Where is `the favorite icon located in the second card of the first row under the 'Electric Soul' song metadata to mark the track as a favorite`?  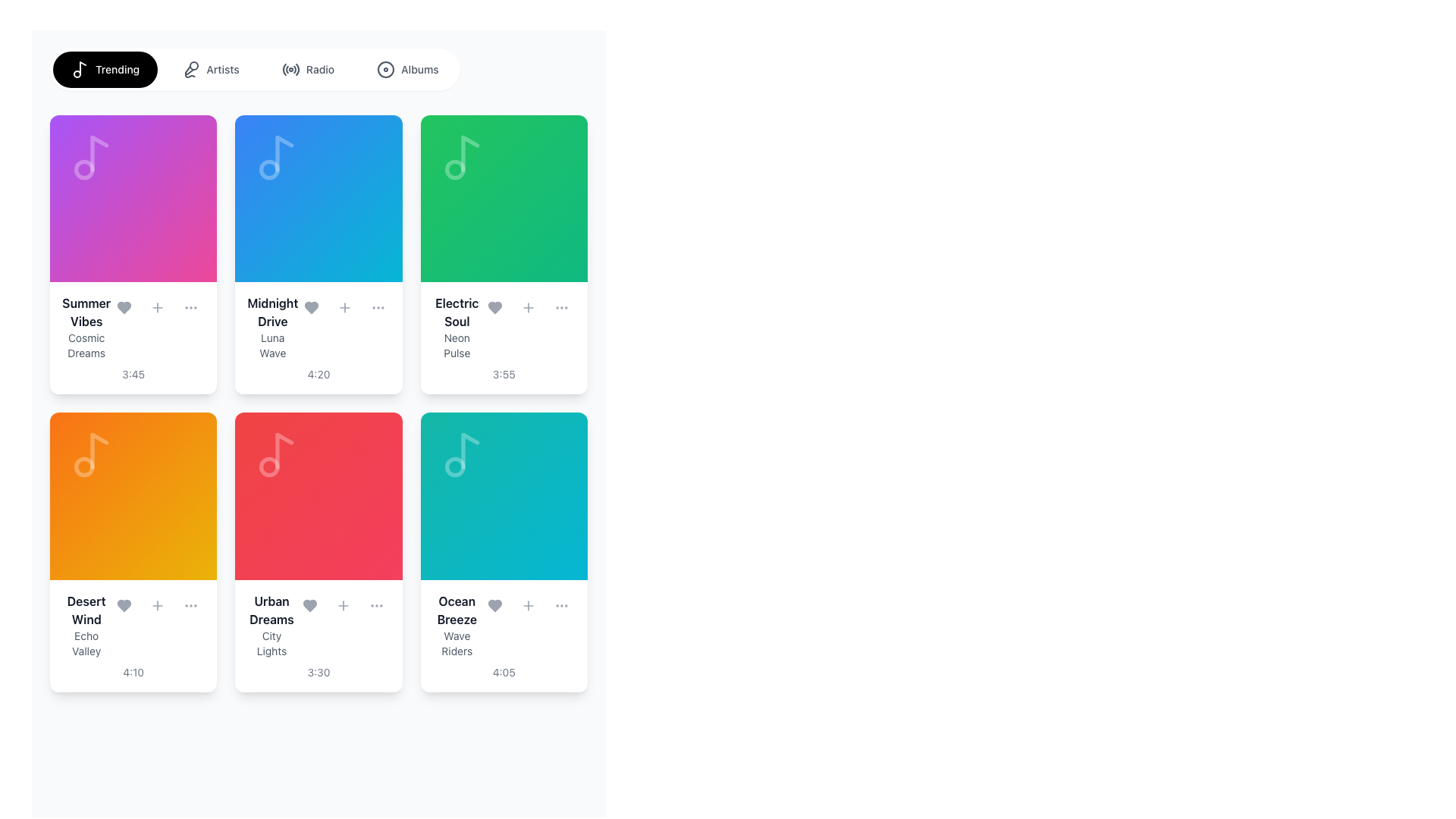
the favorite icon located in the second card of the first row under the 'Electric Soul' song metadata to mark the track as a favorite is located at coordinates (494, 307).